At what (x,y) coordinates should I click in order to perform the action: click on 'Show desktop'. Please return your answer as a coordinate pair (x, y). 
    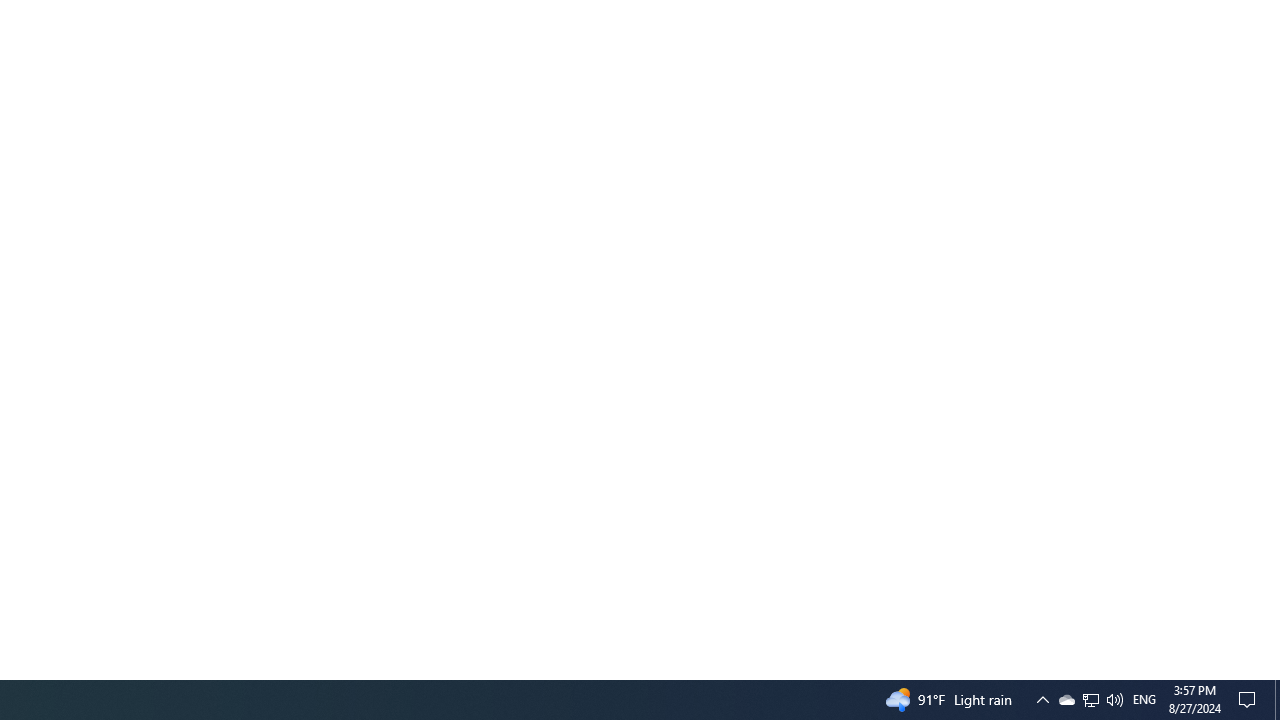
    Looking at the image, I should click on (1276, 698).